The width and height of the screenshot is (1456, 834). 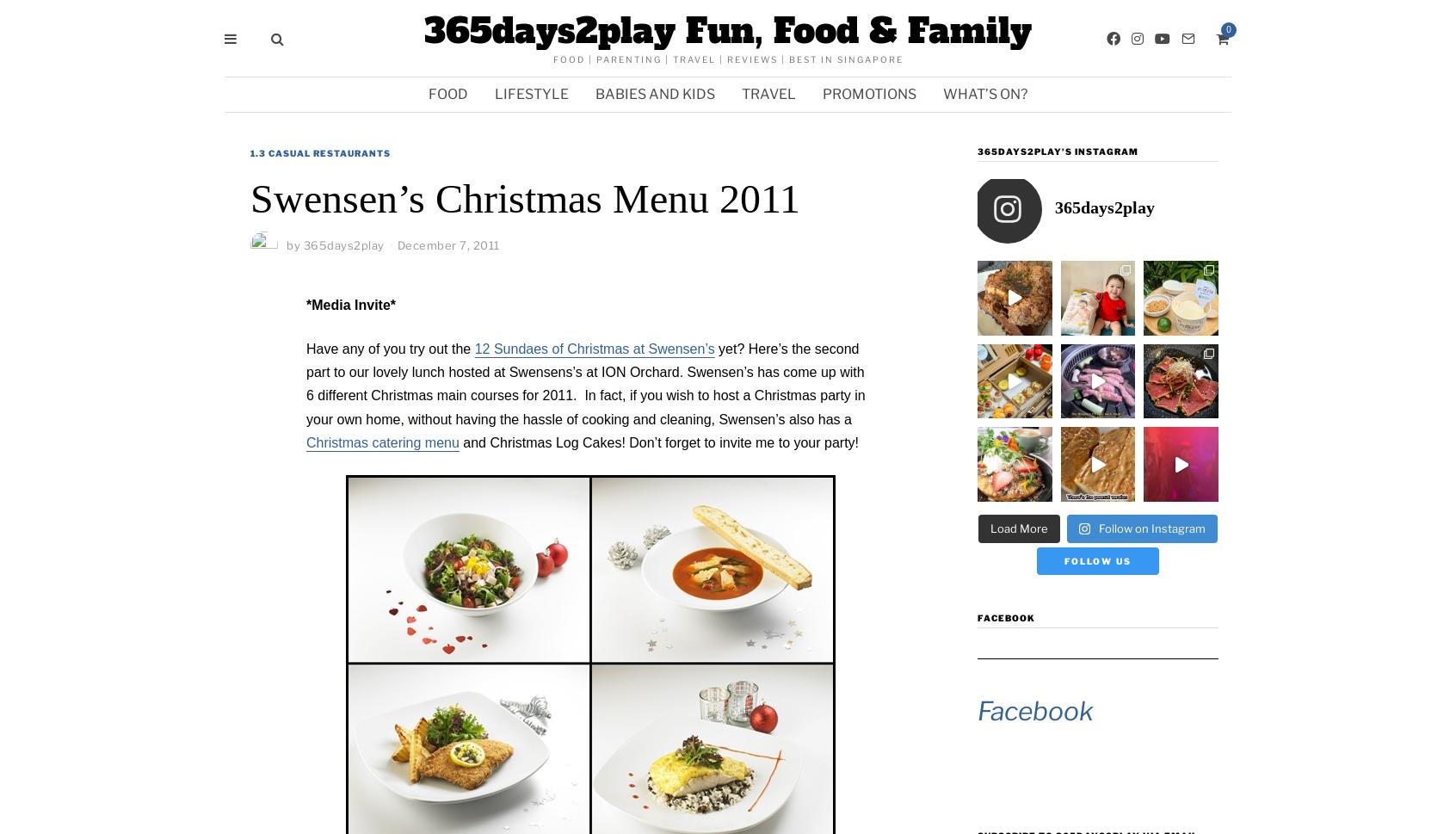 I want to click on 'Follow on Instagram', so click(x=1151, y=526).